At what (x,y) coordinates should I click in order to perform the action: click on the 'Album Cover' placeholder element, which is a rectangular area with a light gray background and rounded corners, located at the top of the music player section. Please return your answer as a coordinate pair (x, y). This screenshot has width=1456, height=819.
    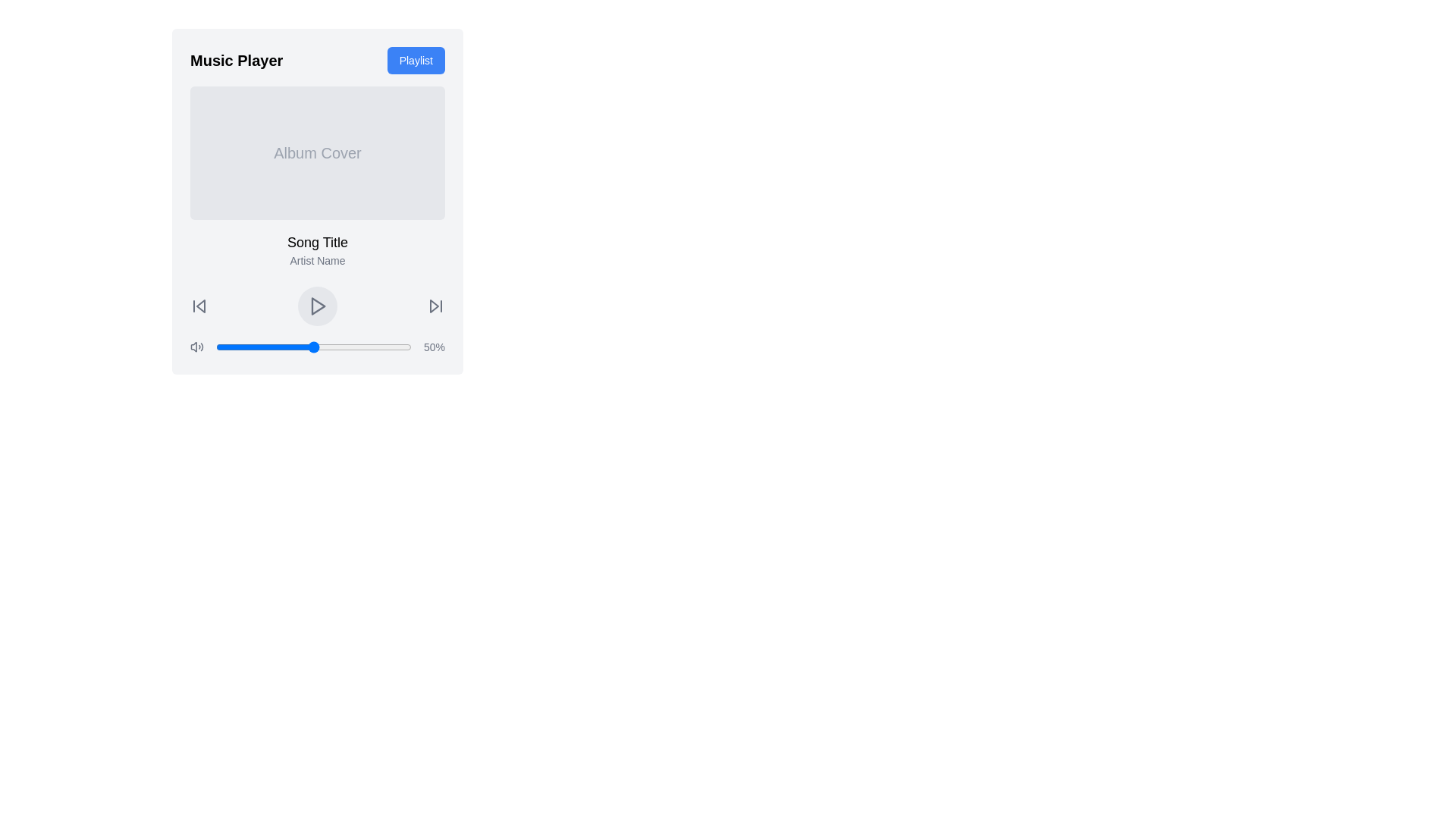
    Looking at the image, I should click on (316, 152).